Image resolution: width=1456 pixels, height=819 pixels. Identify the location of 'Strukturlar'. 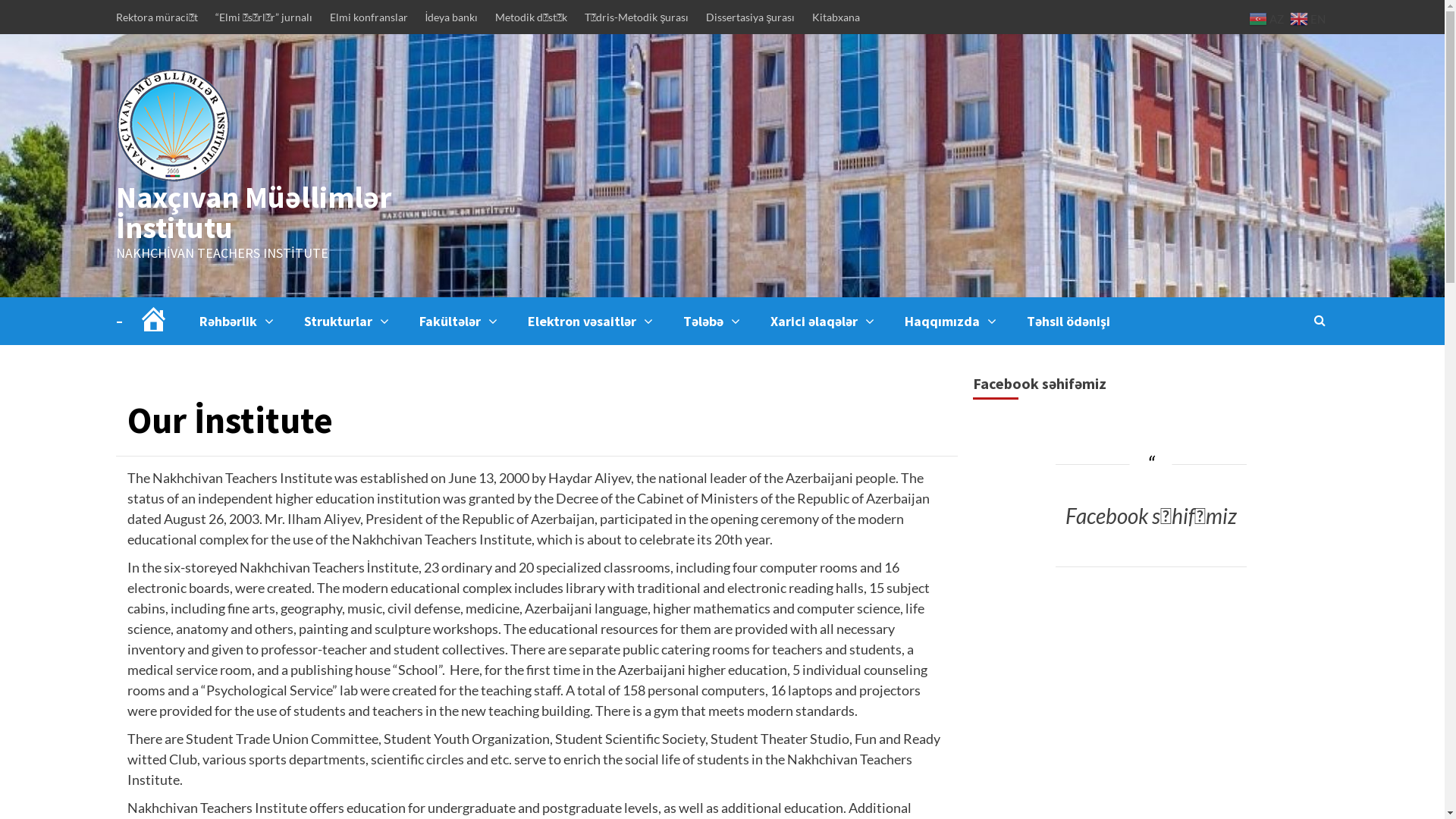
(360, 320).